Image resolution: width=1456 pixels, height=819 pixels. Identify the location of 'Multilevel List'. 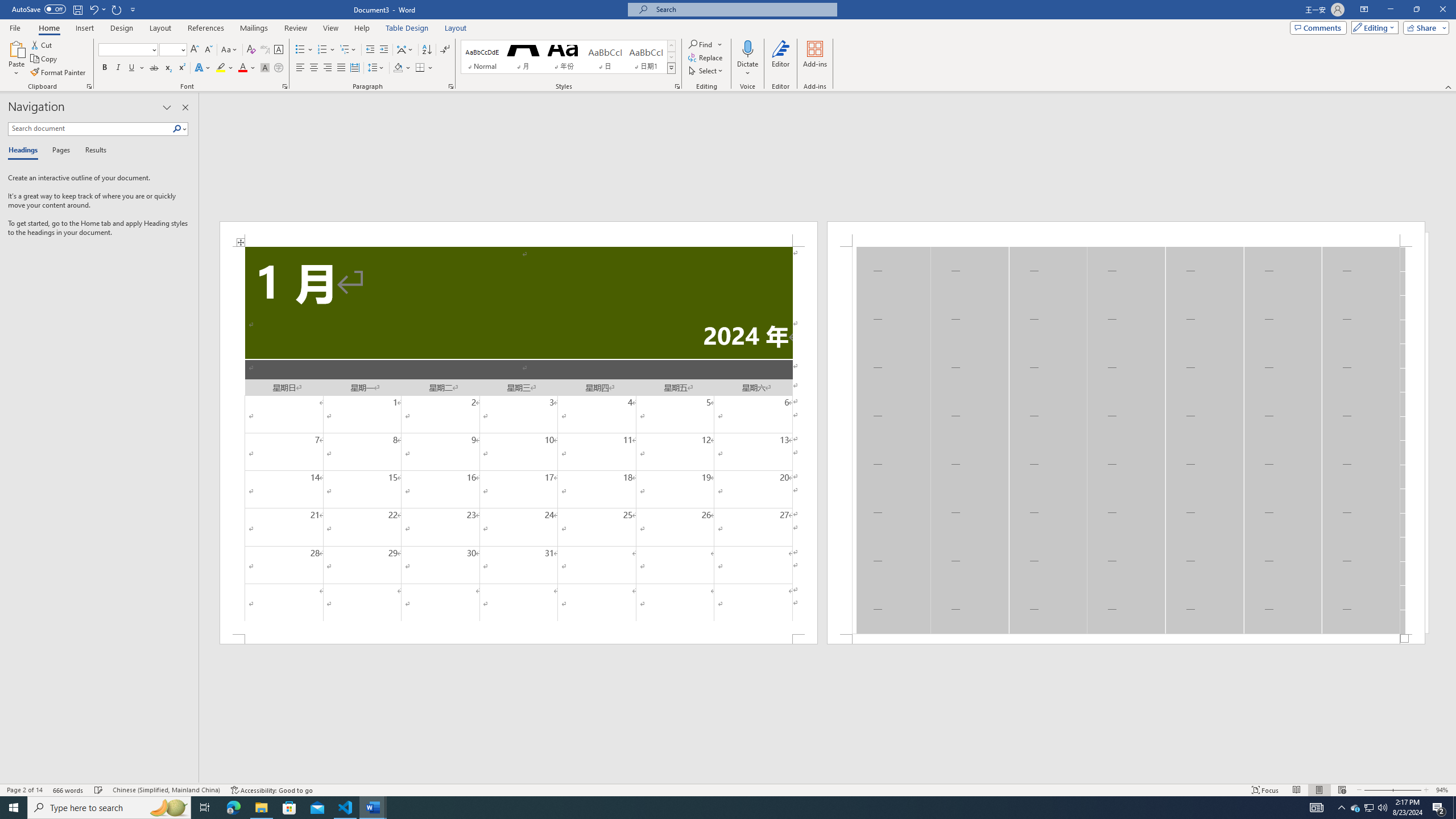
(348, 49).